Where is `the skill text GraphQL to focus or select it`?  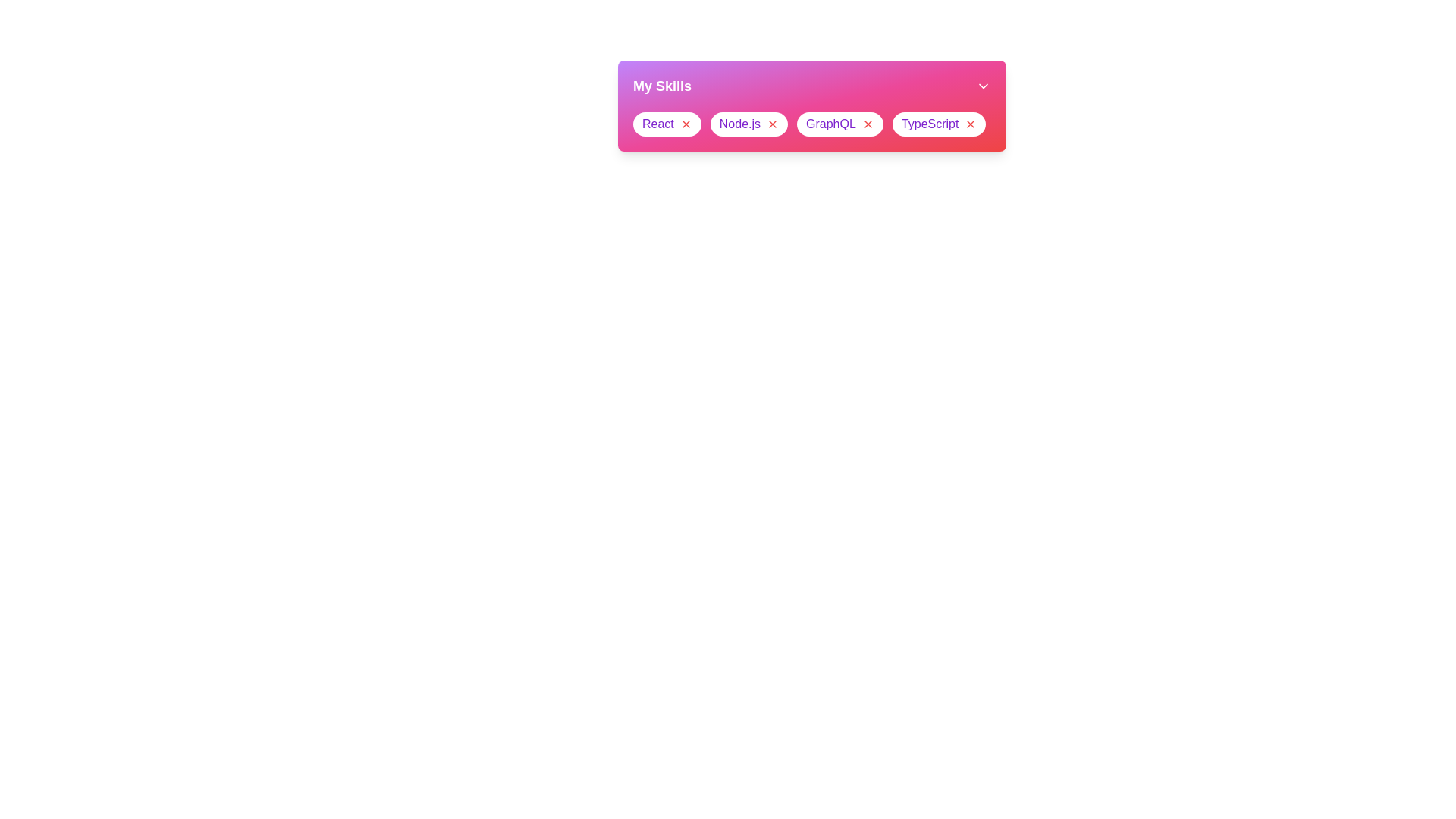 the skill text GraphQL to focus or select it is located at coordinates (830, 124).